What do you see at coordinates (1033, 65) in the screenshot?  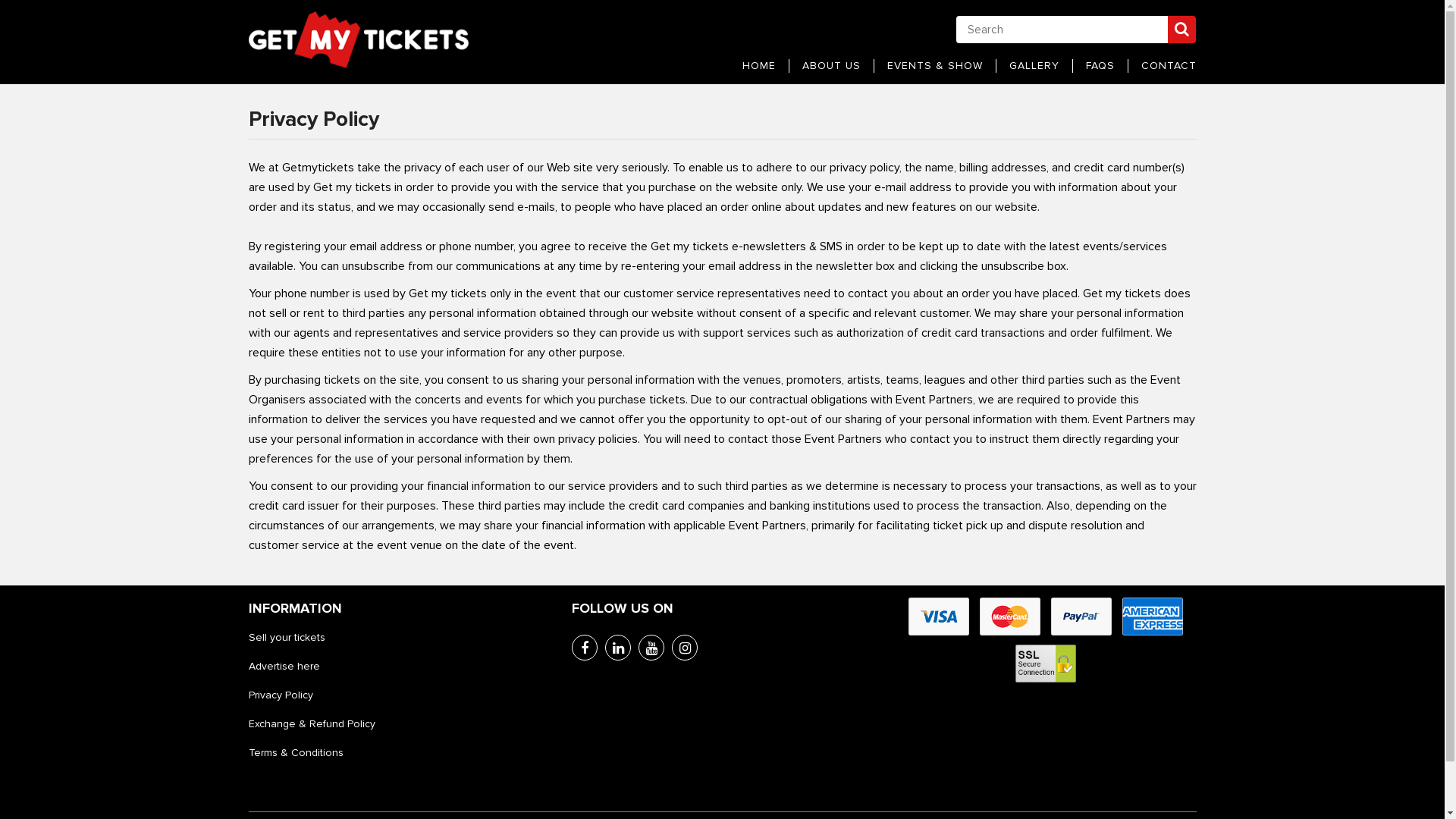 I see `'GALLERY'` at bounding box center [1033, 65].